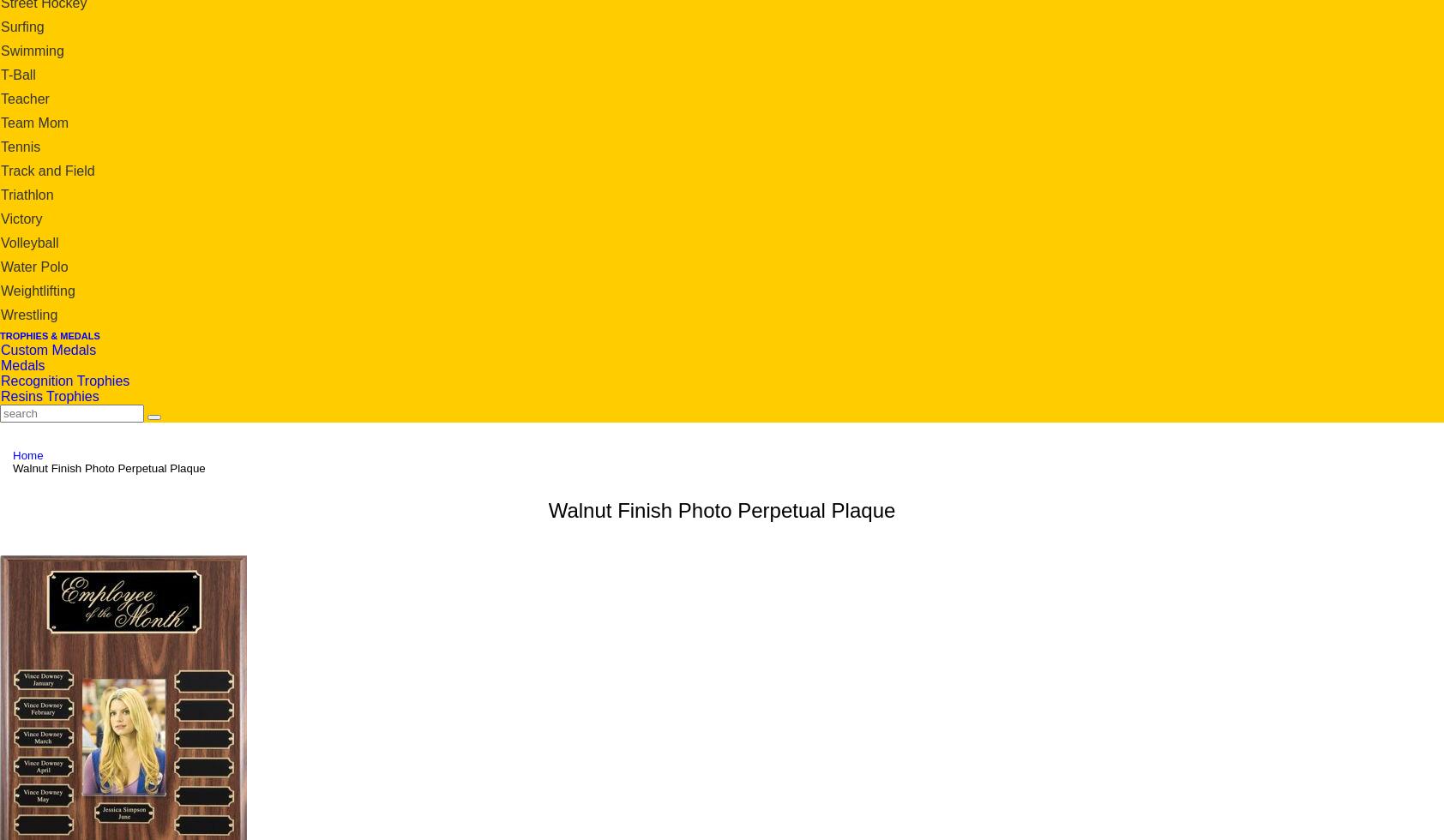  What do you see at coordinates (63, 380) in the screenshot?
I see `'Recognition Trophies'` at bounding box center [63, 380].